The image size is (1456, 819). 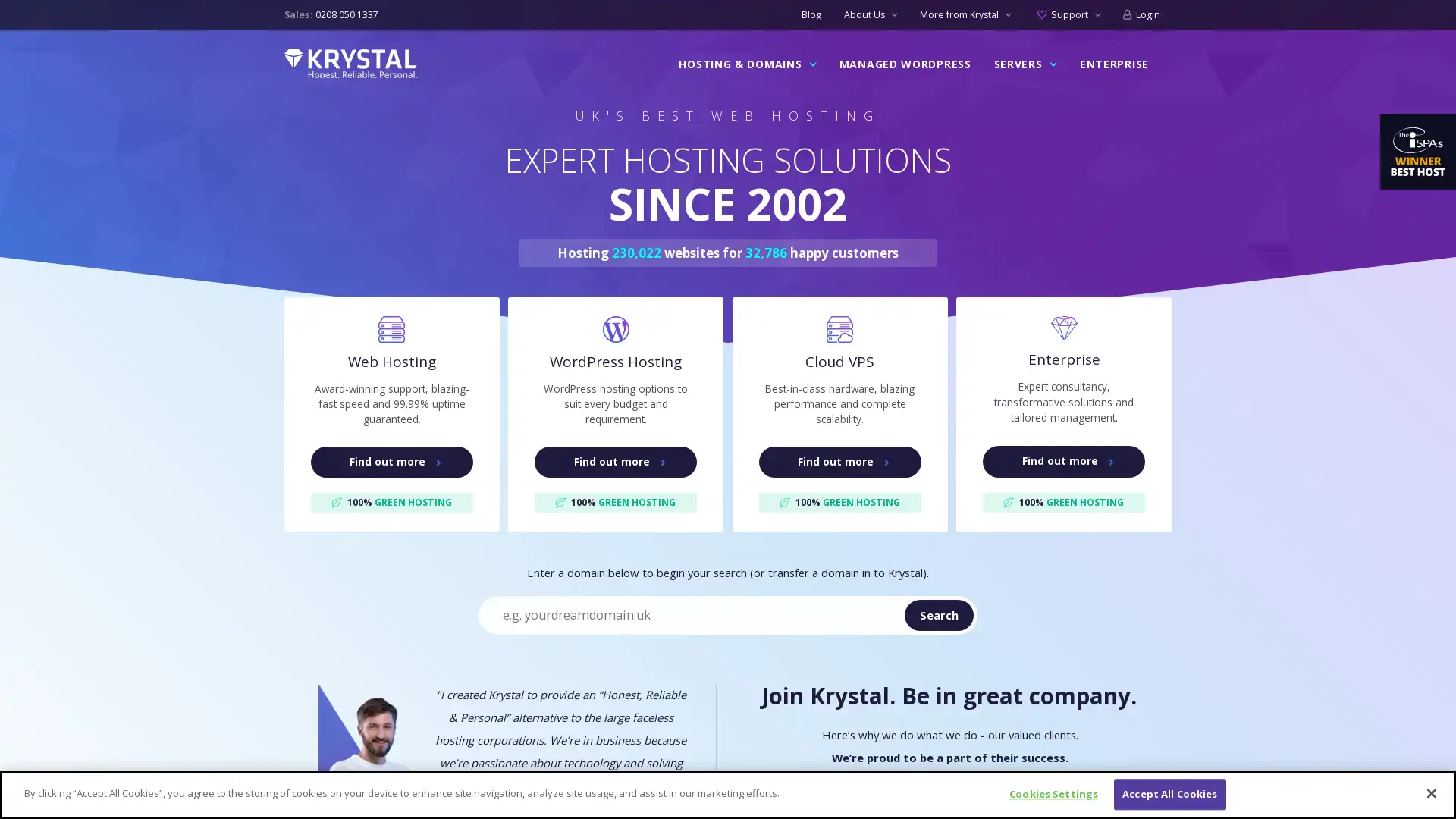 What do you see at coordinates (1053, 793) in the screenshot?
I see `Cookies Settings` at bounding box center [1053, 793].